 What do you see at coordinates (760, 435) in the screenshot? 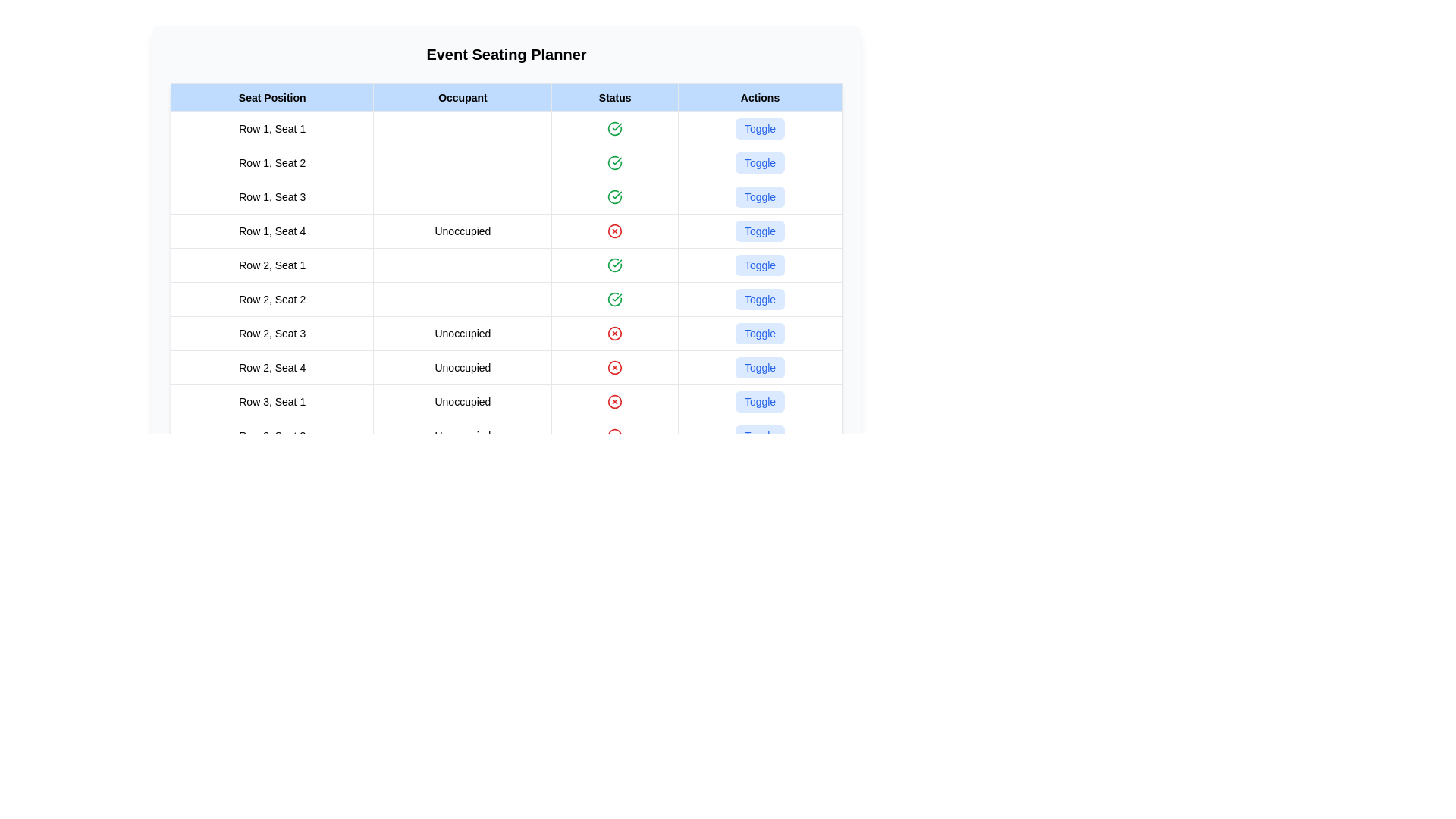
I see `the 'Toggle' button with a light blue background and blue text located in the 'Actions' column of the 'Event Seating Planner' table` at bounding box center [760, 435].